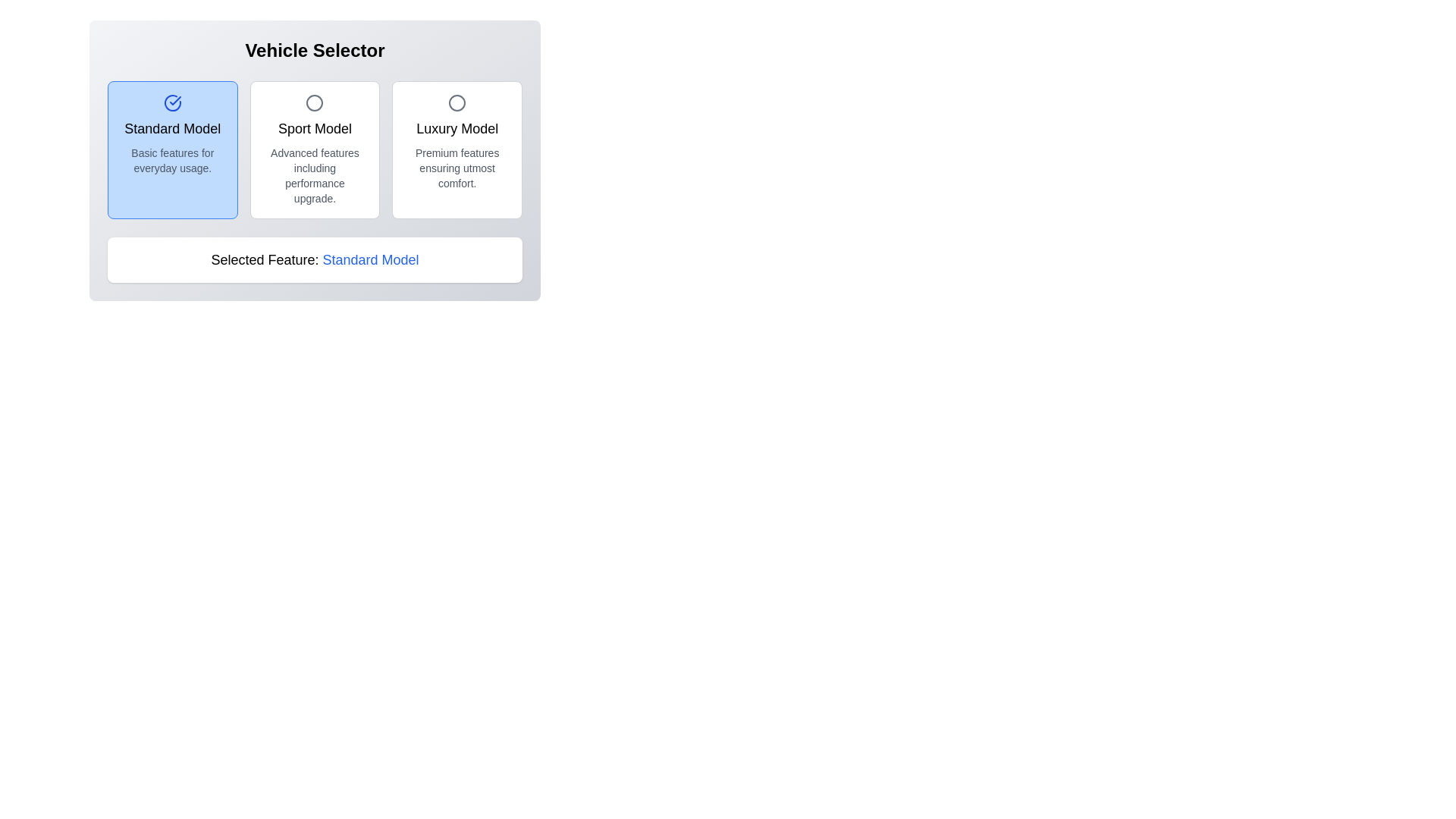 This screenshot has height=819, width=1456. I want to click on the central Selector icon, which is filled with a neutral color and part of the Sport Model interface, so click(314, 102).